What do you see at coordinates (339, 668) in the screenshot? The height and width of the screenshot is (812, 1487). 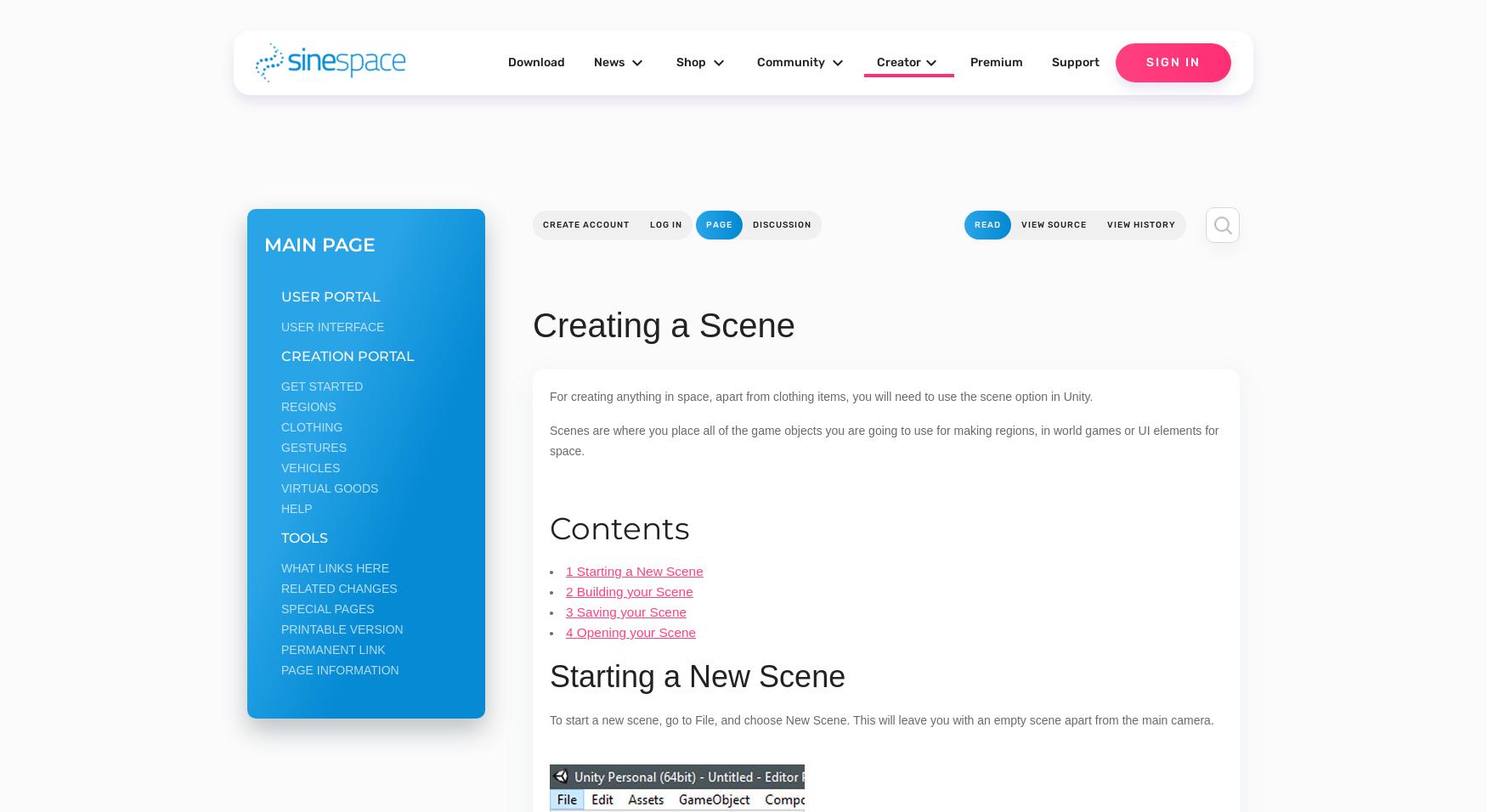 I see `'Page information'` at bounding box center [339, 668].